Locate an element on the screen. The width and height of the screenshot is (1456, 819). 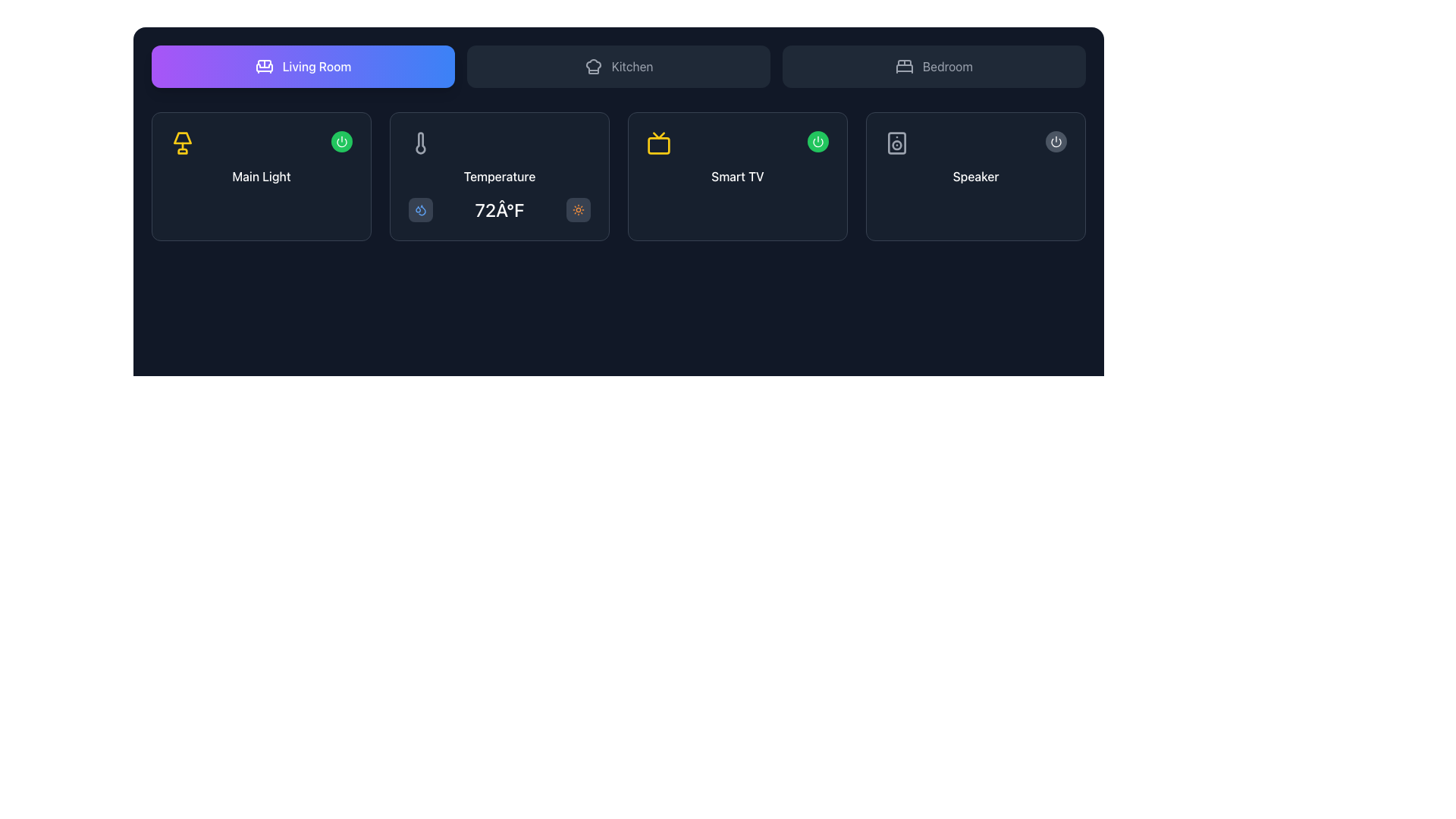
the thermometer icon in the Temperature panel, which indicates temperature settings or information is located at coordinates (421, 143).